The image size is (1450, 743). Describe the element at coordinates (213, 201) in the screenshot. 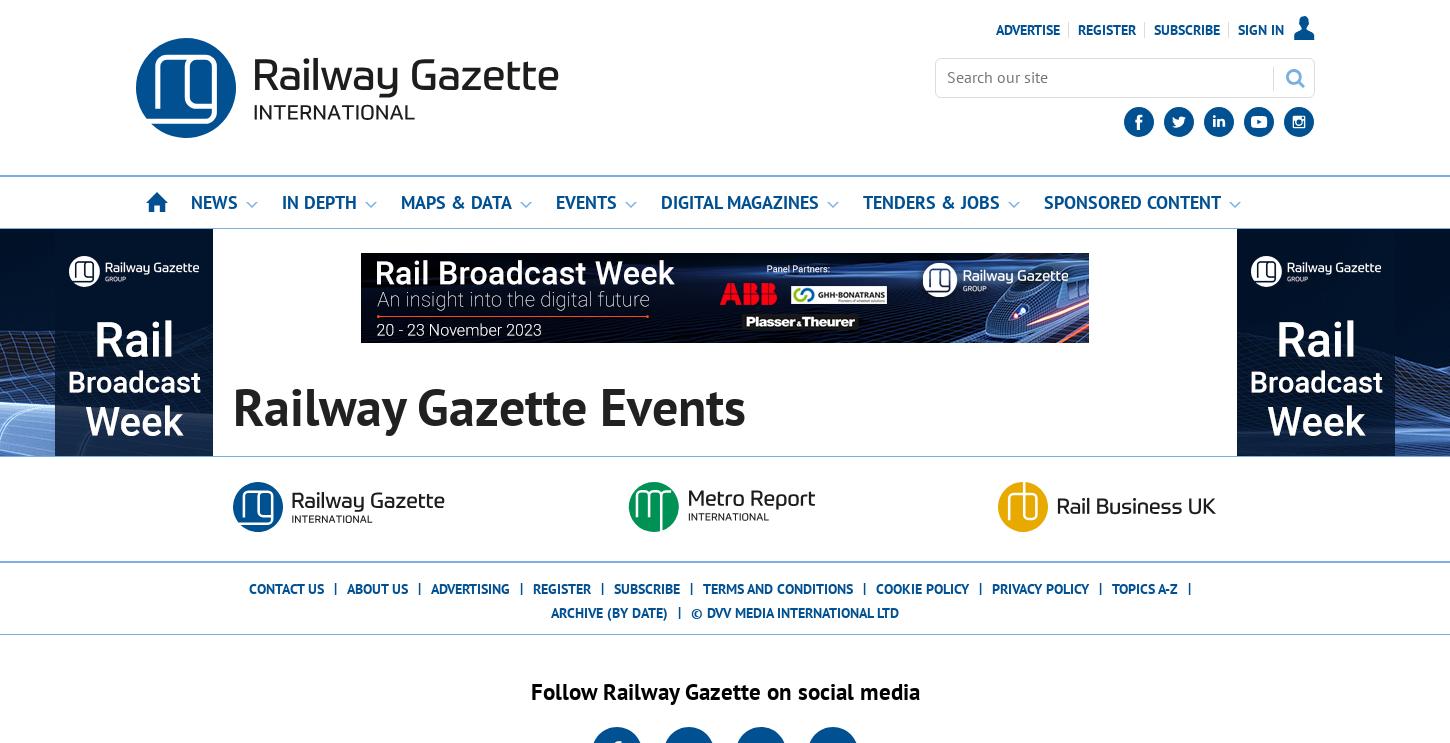

I see `'News'` at that location.